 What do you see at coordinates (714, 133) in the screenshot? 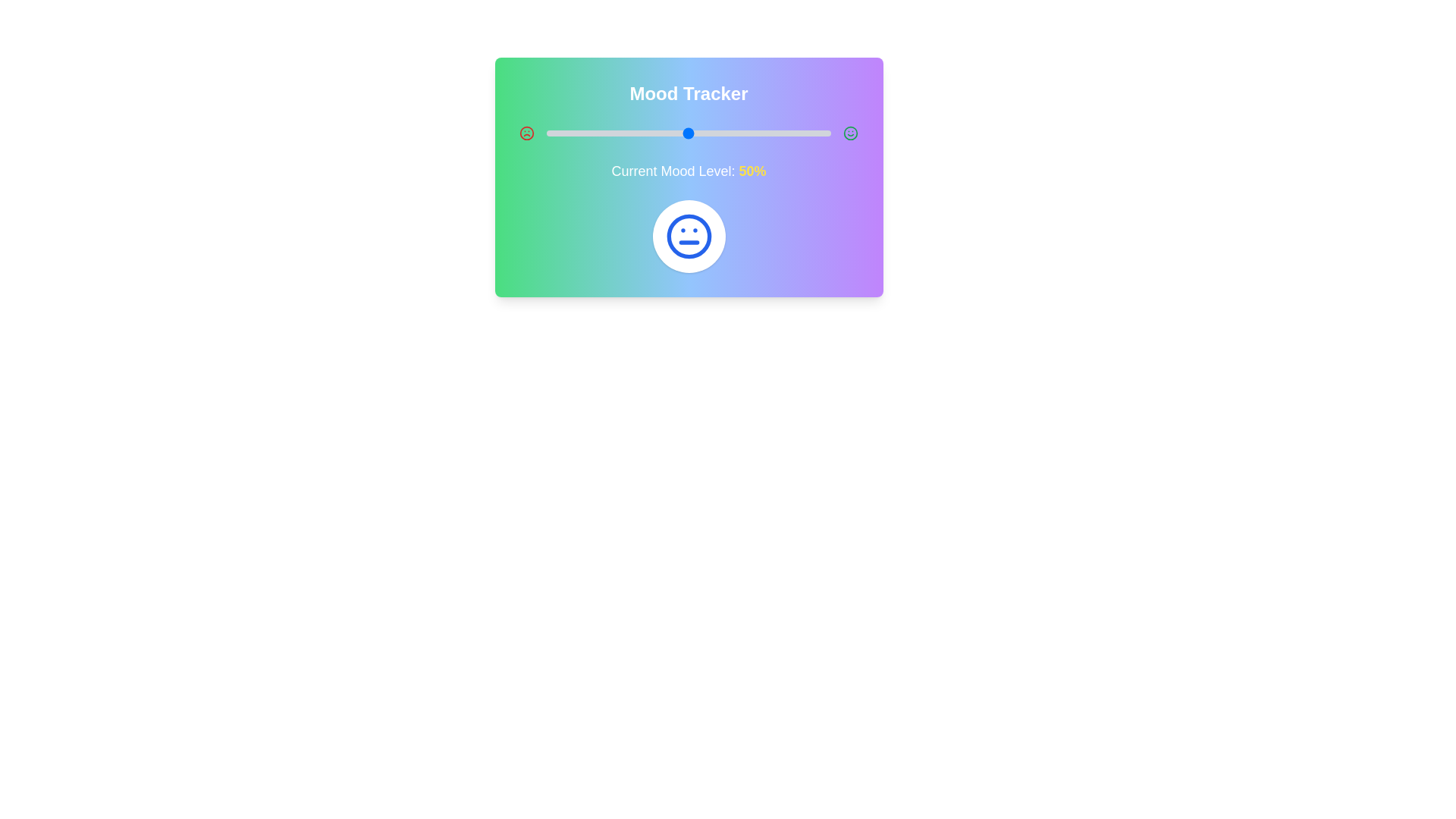
I see `the mood level to 59% by interacting with the slider` at bounding box center [714, 133].